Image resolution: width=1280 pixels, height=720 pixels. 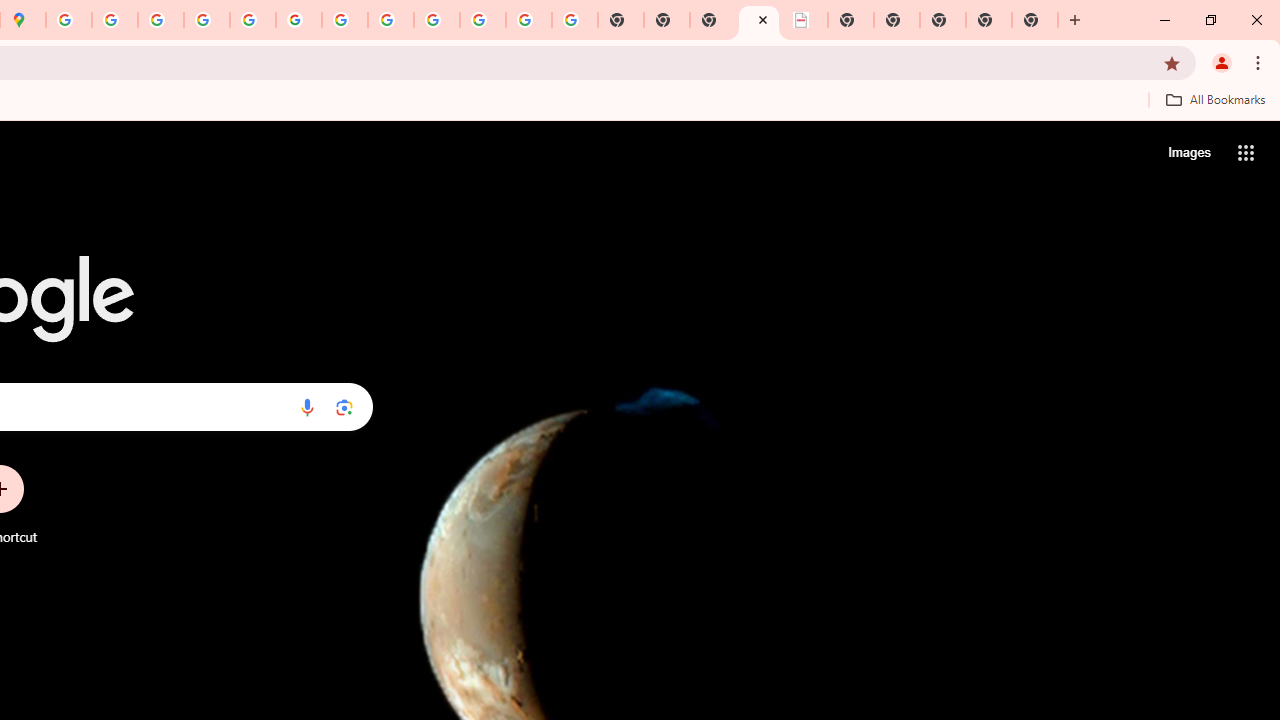 I want to click on 'New Tab', so click(x=1035, y=20).